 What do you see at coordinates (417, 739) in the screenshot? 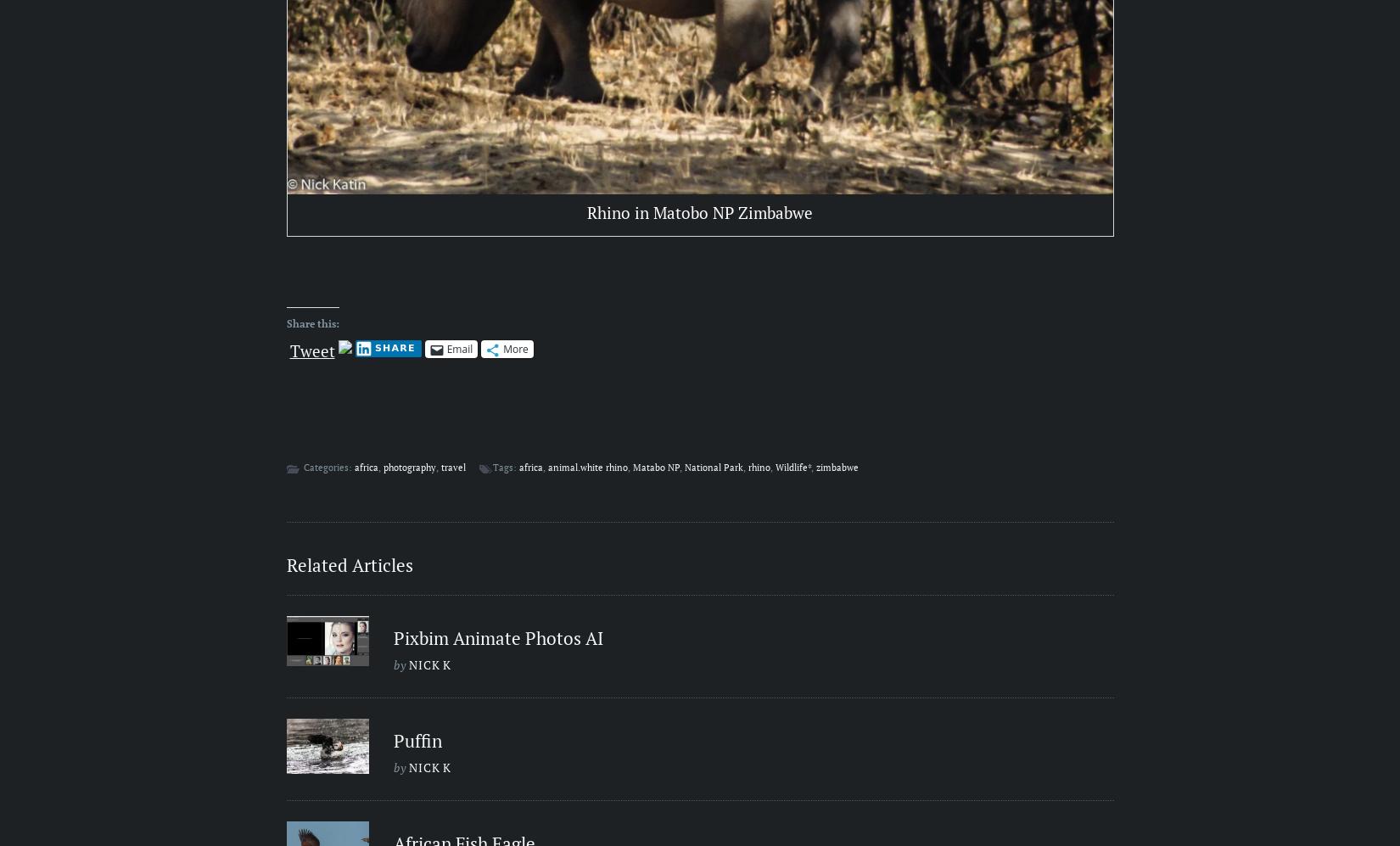
I see `'Puffin'` at bounding box center [417, 739].